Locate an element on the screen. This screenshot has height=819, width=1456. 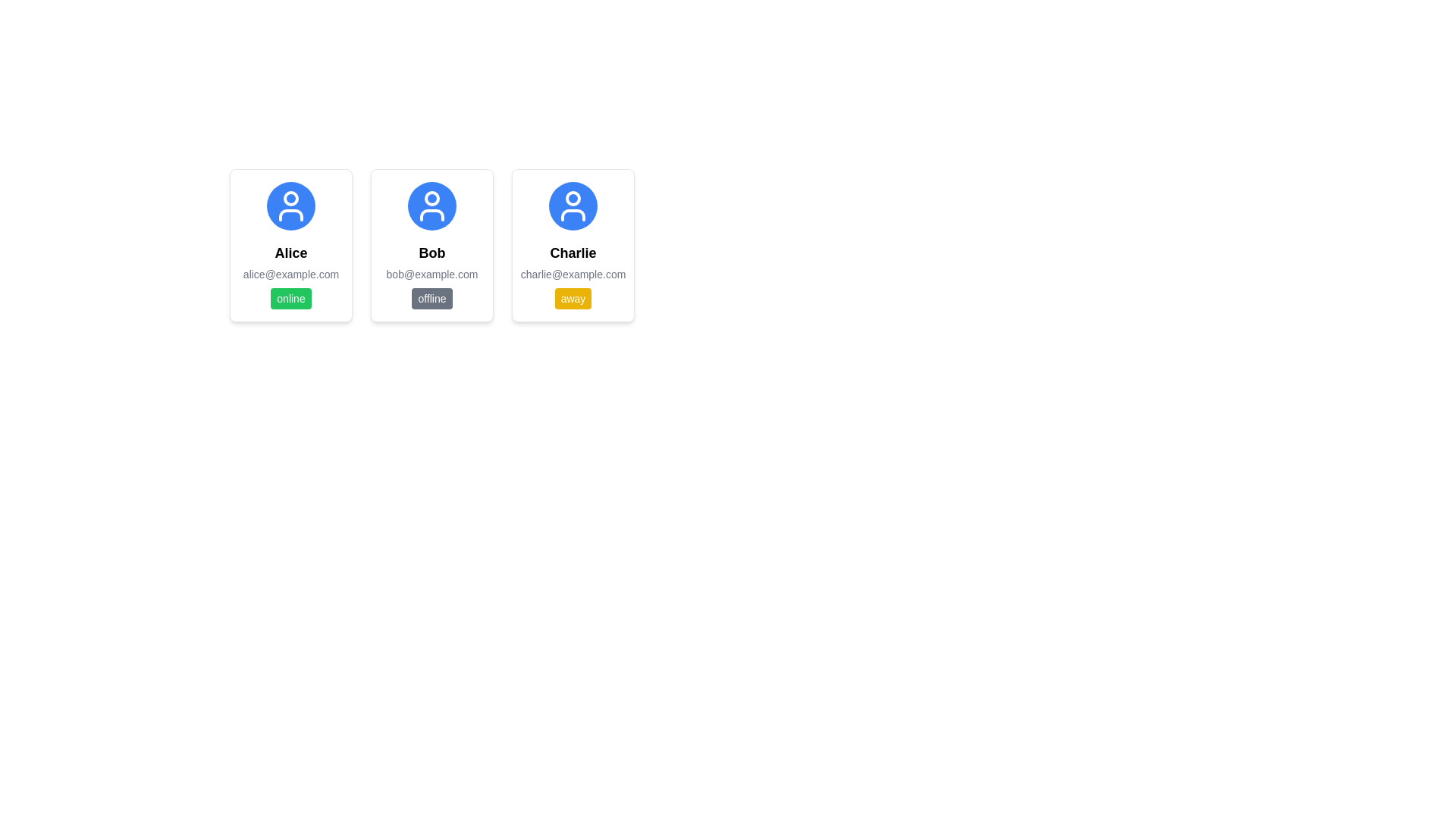
the upper circular region of the avatar icon representing user 'Charlie' in the third card of the horizontal list is located at coordinates (572, 198).